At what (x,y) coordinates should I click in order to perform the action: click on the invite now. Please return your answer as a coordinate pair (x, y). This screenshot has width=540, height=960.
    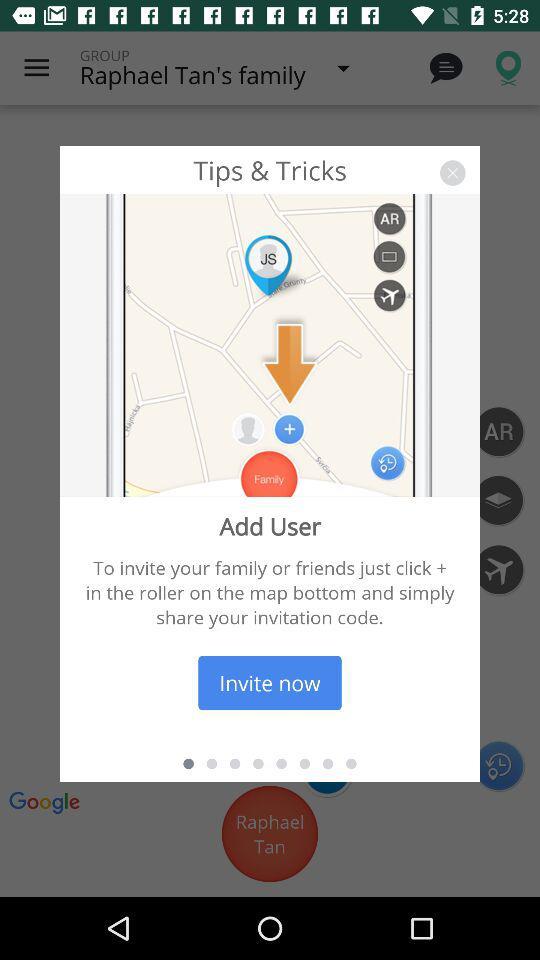
    Looking at the image, I should click on (270, 683).